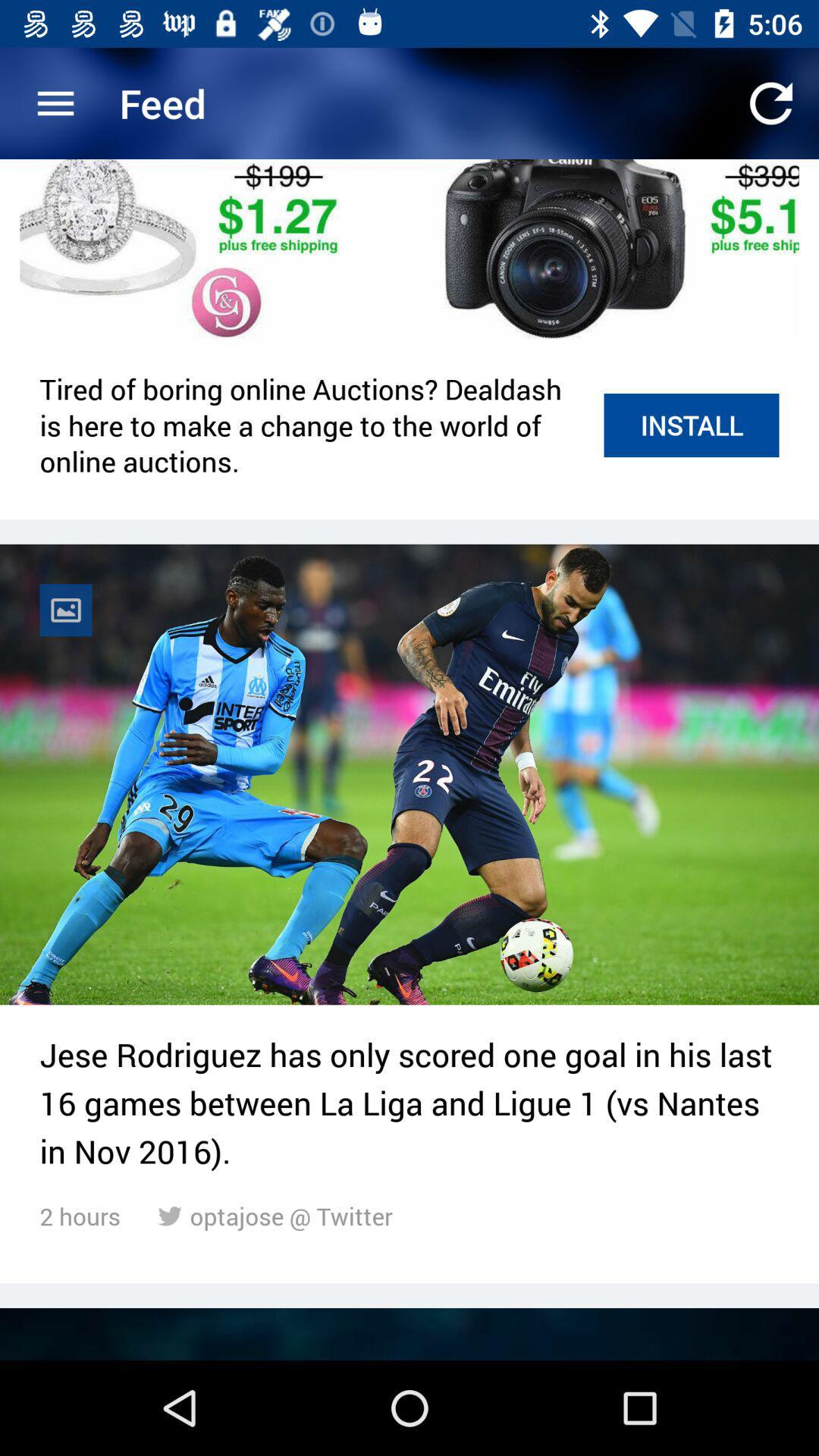 This screenshot has height=1456, width=819. What do you see at coordinates (691, 425) in the screenshot?
I see `item to the right of tired of boring` at bounding box center [691, 425].